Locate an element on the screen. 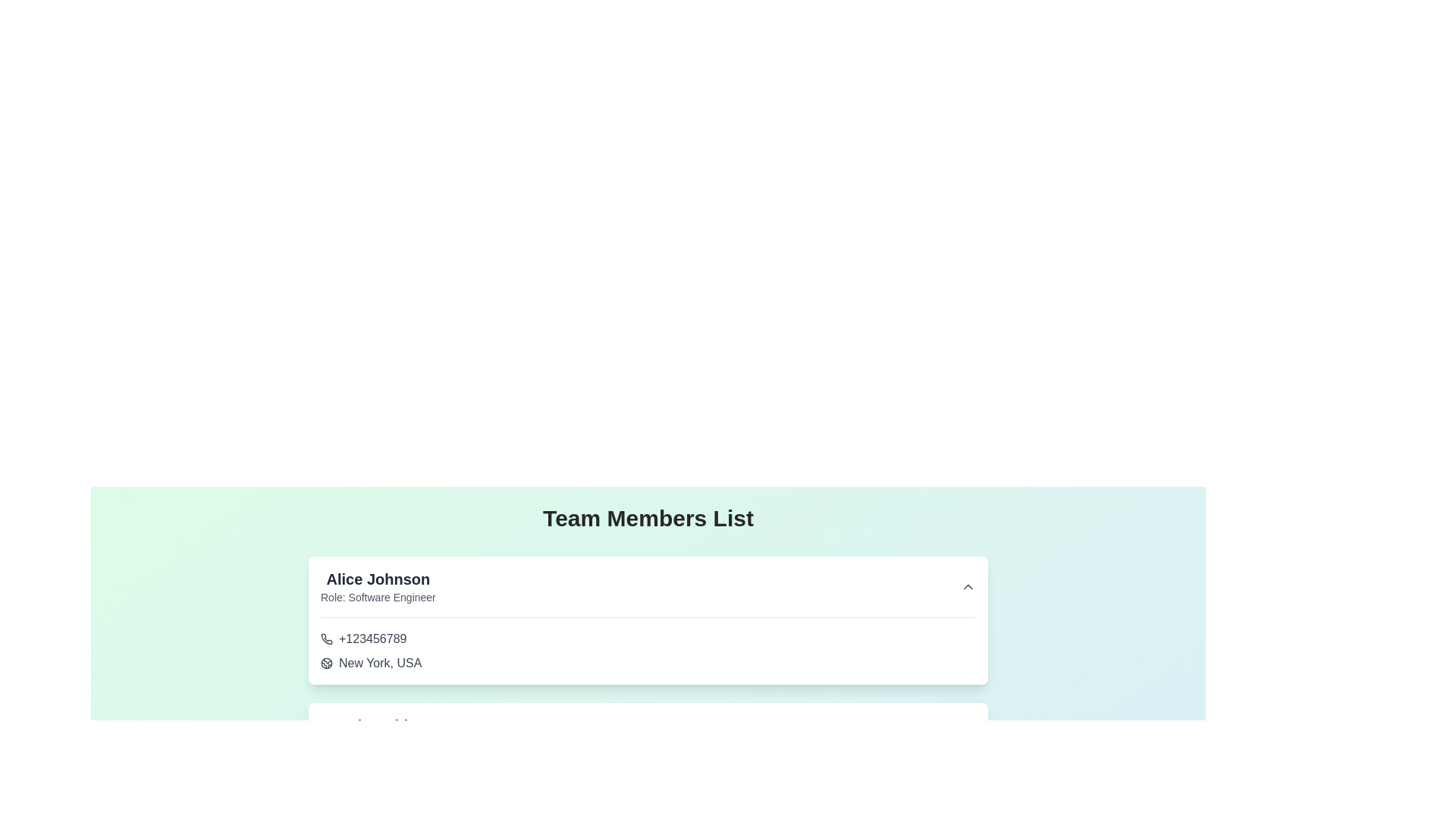 This screenshot has height=819, width=1456. the phone icon with a curved receiver design located next to the text '+123456789' in the contact card for 'Alice Johnson' is located at coordinates (326, 639).